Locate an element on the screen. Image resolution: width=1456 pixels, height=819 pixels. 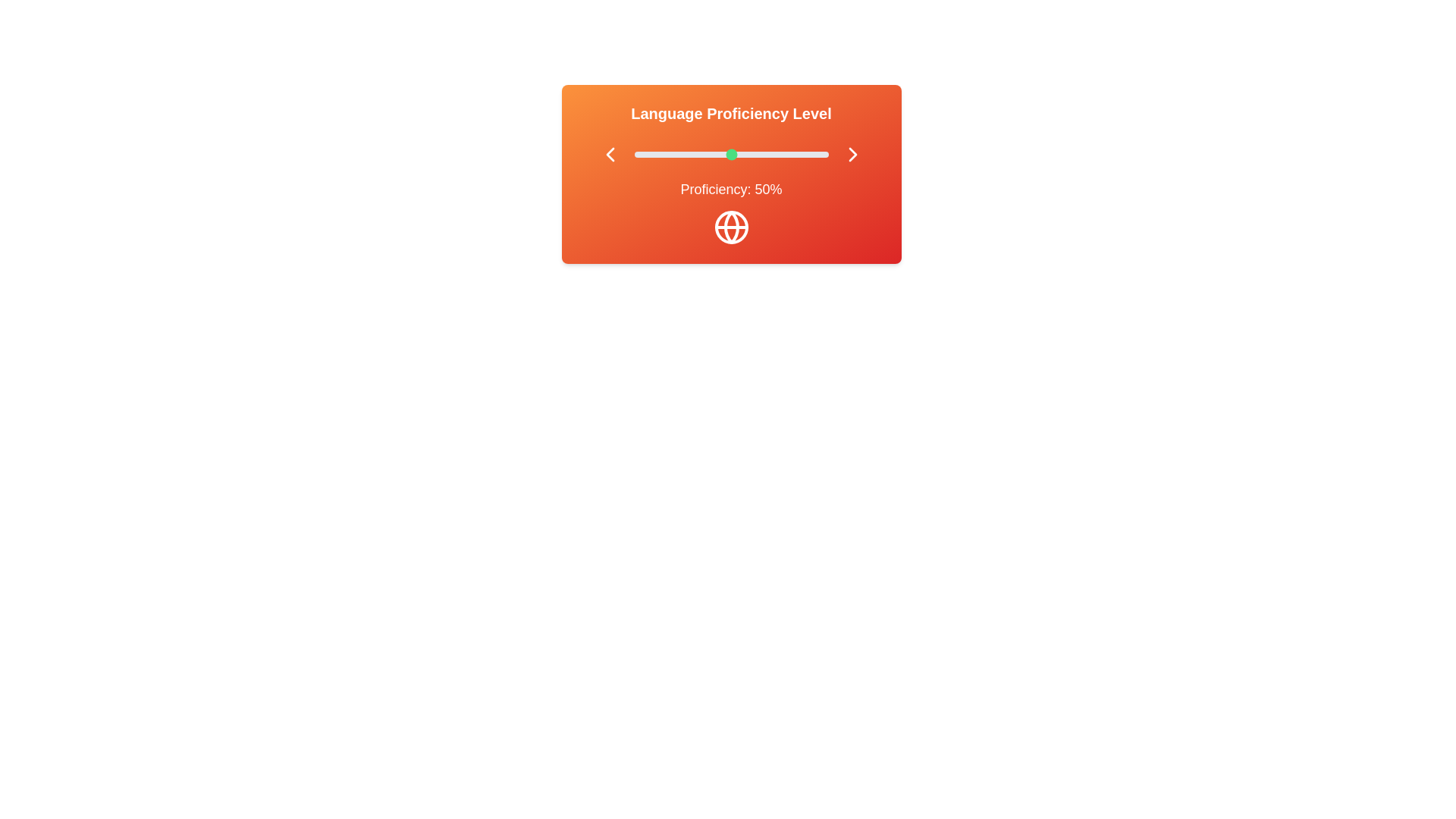
the globe icon to interact with it is located at coordinates (731, 227).